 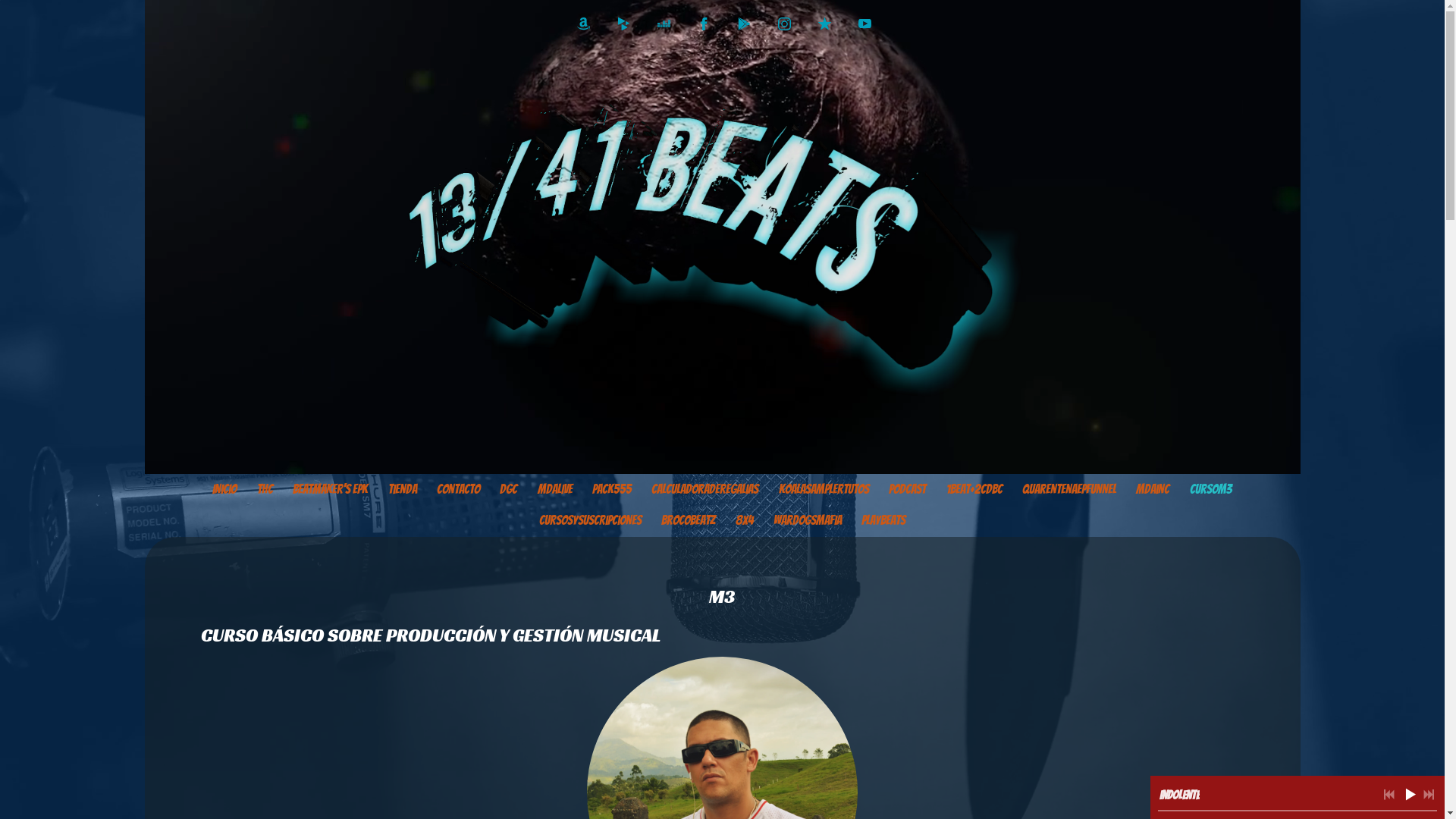 I want to click on 'Beatmaker's EPK', so click(x=283, y=489).